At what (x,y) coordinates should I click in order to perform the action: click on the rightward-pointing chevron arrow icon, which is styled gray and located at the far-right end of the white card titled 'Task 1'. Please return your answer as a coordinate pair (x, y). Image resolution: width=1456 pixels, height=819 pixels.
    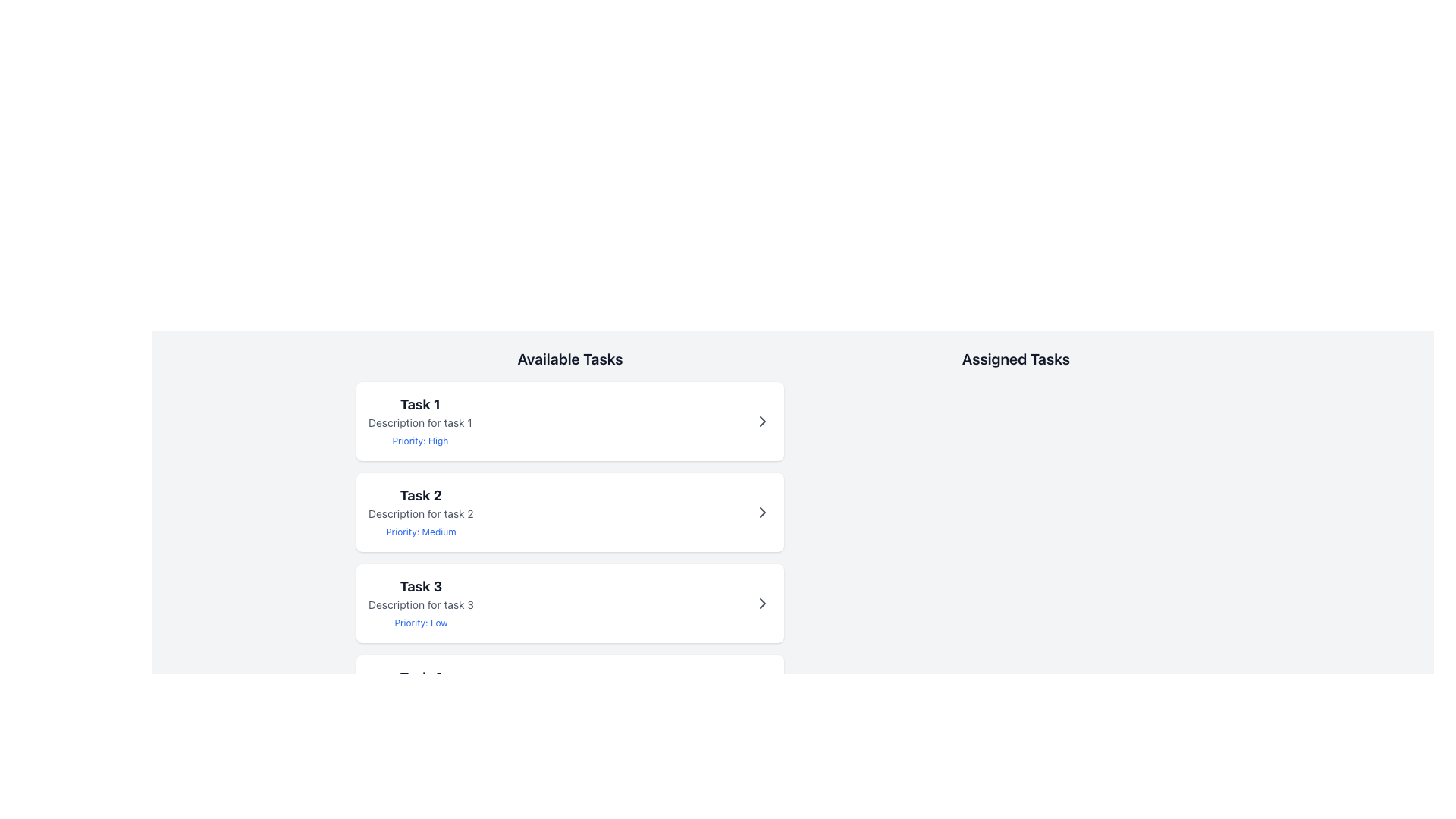
    Looking at the image, I should click on (763, 421).